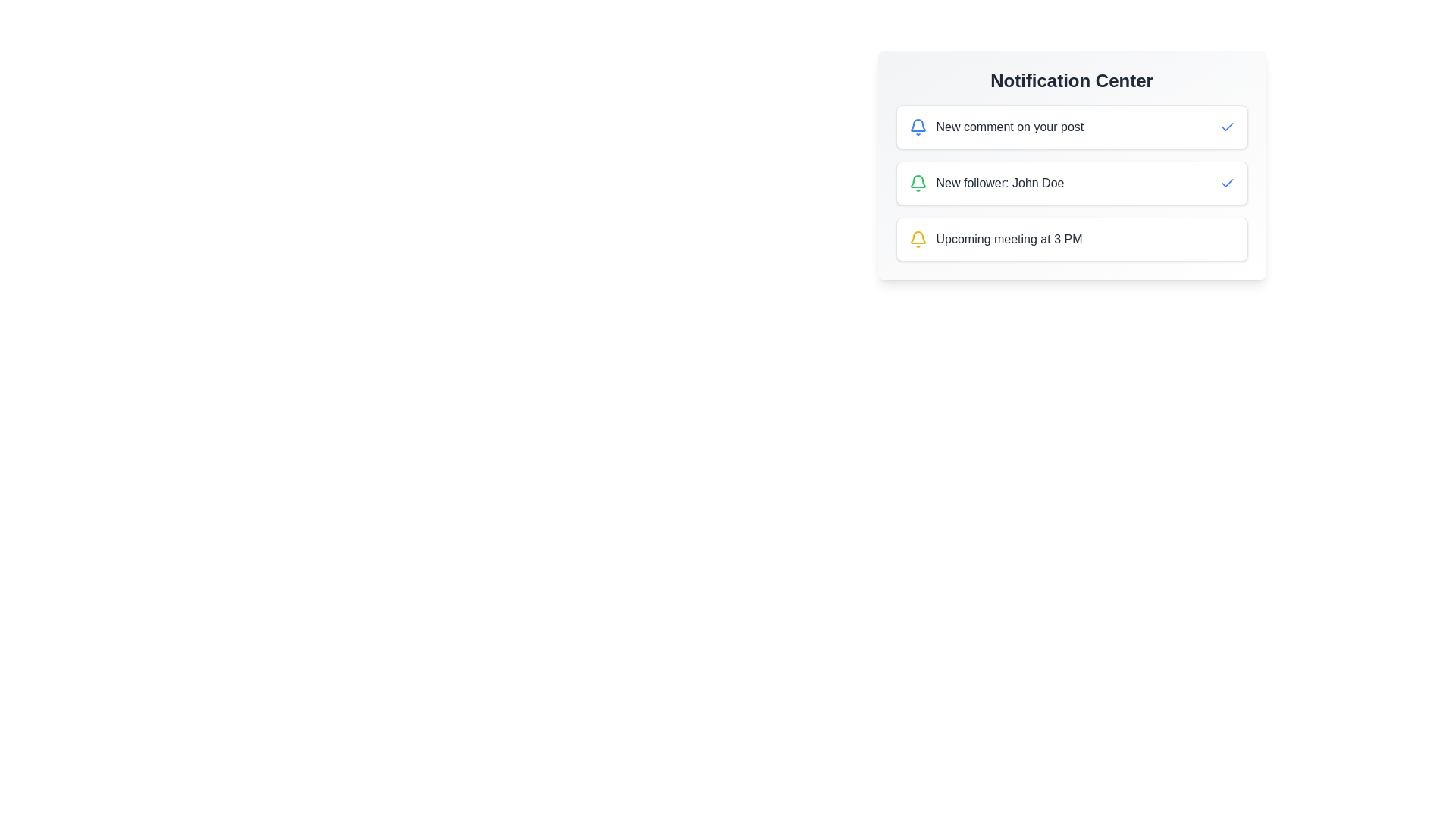  What do you see at coordinates (917, 183) in the screenshot?
I see `the green notification bell icon located to the left of the text 'New follower: John Doe' in the Notification Center` at bounding box center [917, 183].